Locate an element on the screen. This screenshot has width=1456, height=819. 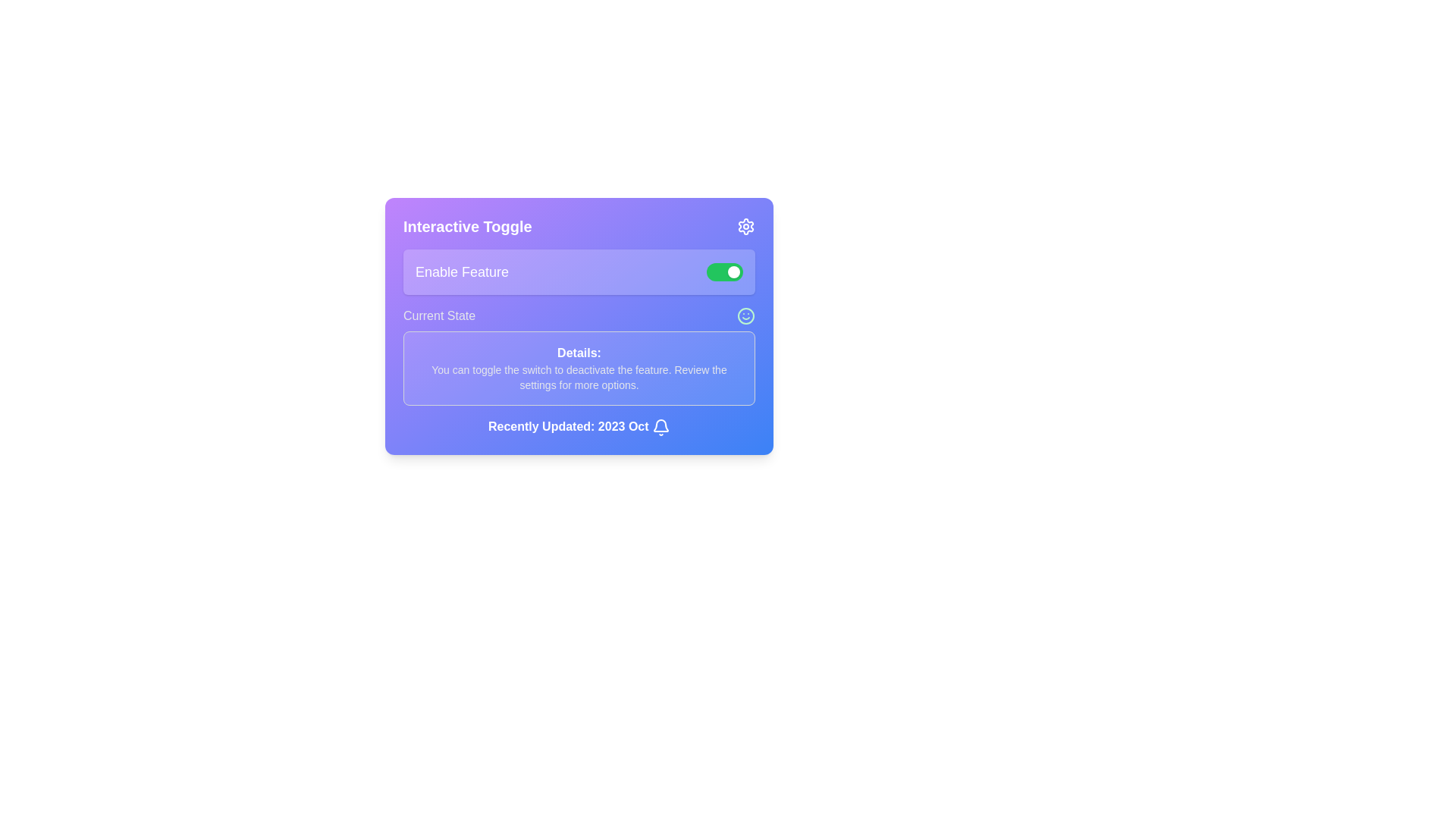
the small bell icon located at the far right of the block containing the text 'Recently Updated: 2023 Oct', which is part of the 'Interactive Toggle' card is located at coordinates (661, 427).